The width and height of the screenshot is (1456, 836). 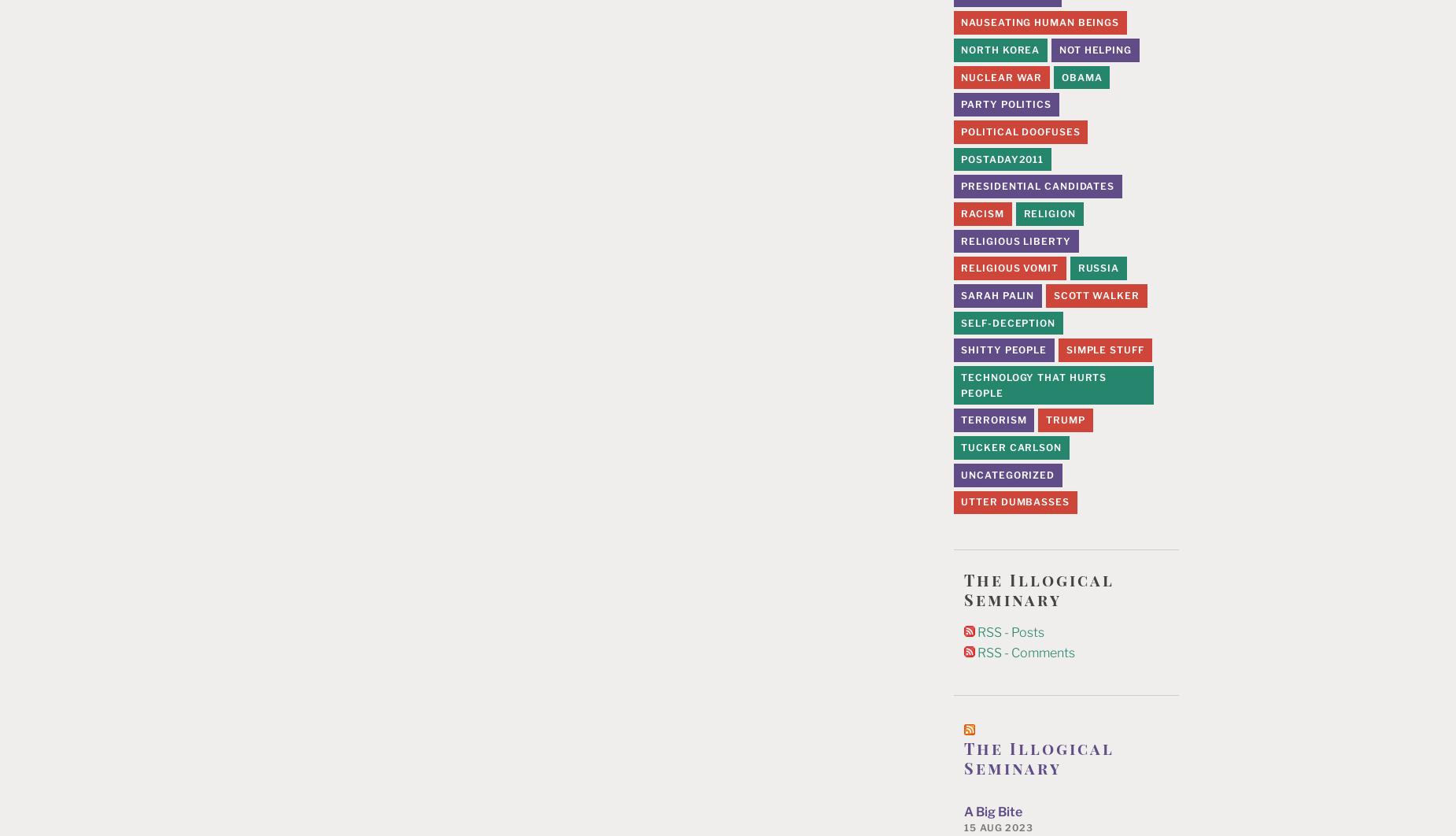 I want to click on 'Political Doofuses', so click(x=1019, y=131).